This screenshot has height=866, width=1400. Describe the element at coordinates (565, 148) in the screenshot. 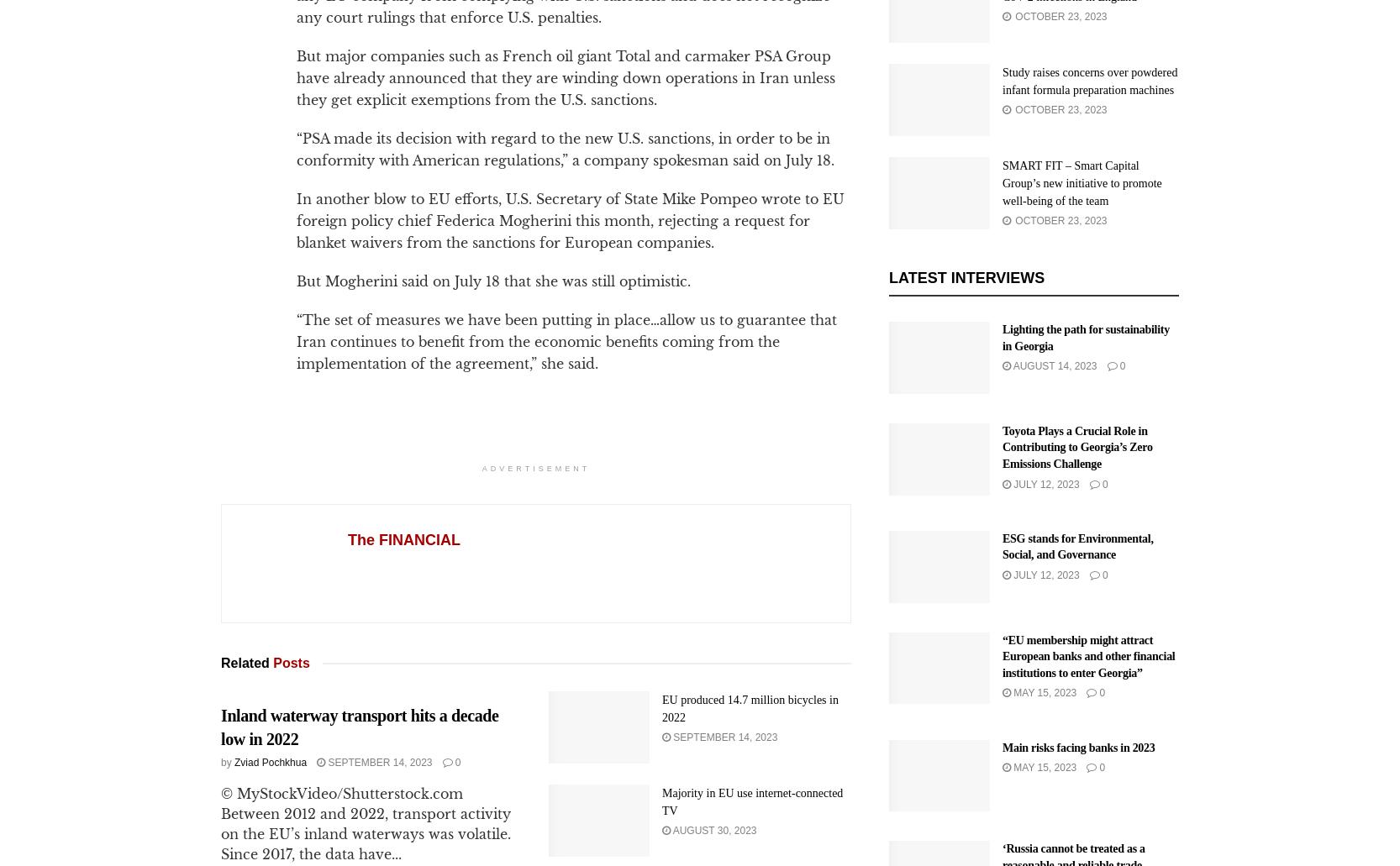

I see `'“PSA made its decision with regard to the new U.S. sanctions, in order to be in conformity with American regulations,” a company spokesman said on July 18.'` at that location.